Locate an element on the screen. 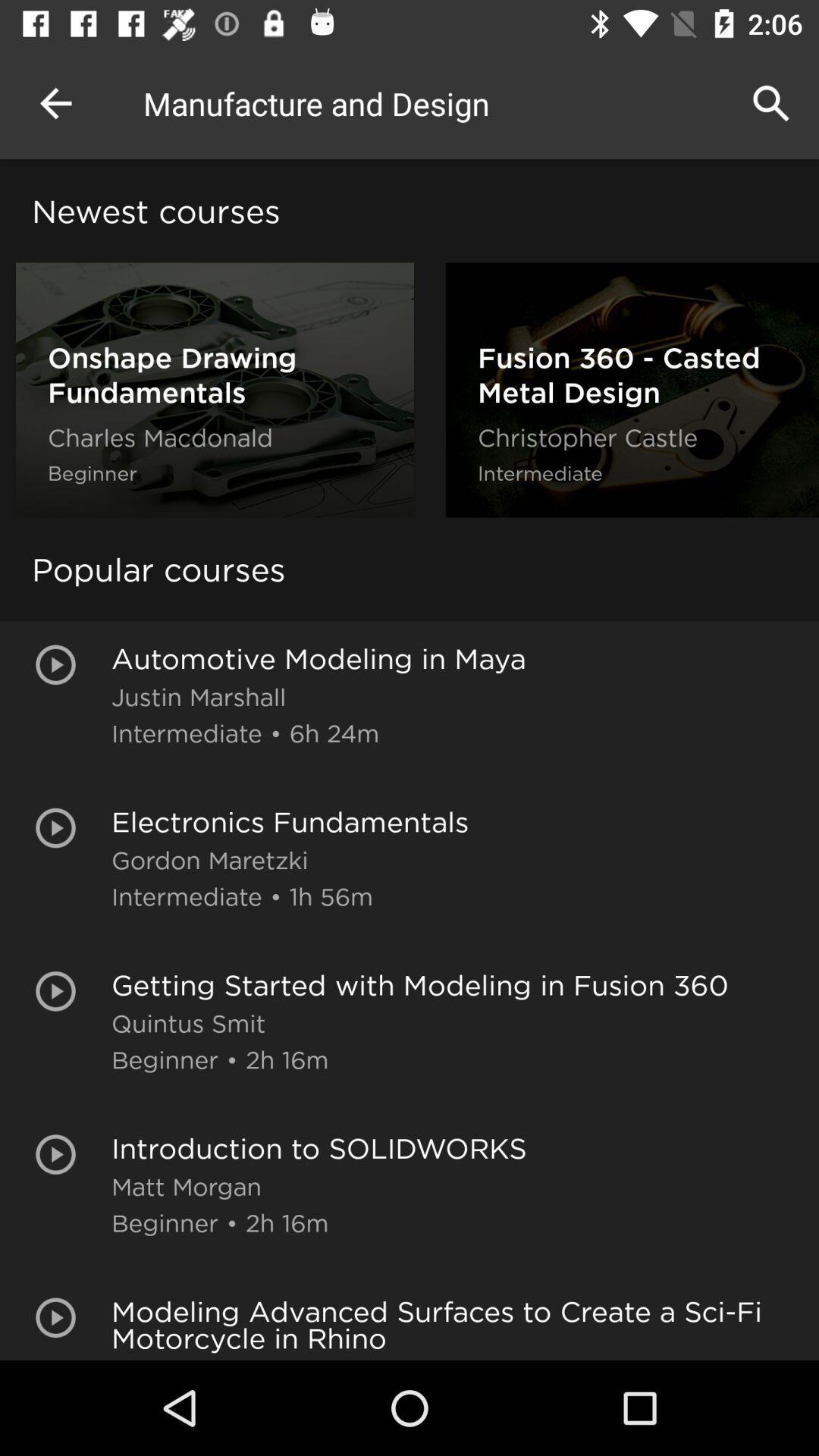 The width and height of the screenshot is (819, 1456). the icon to the left of manufacture and design app is located at coordinates (55, 102).